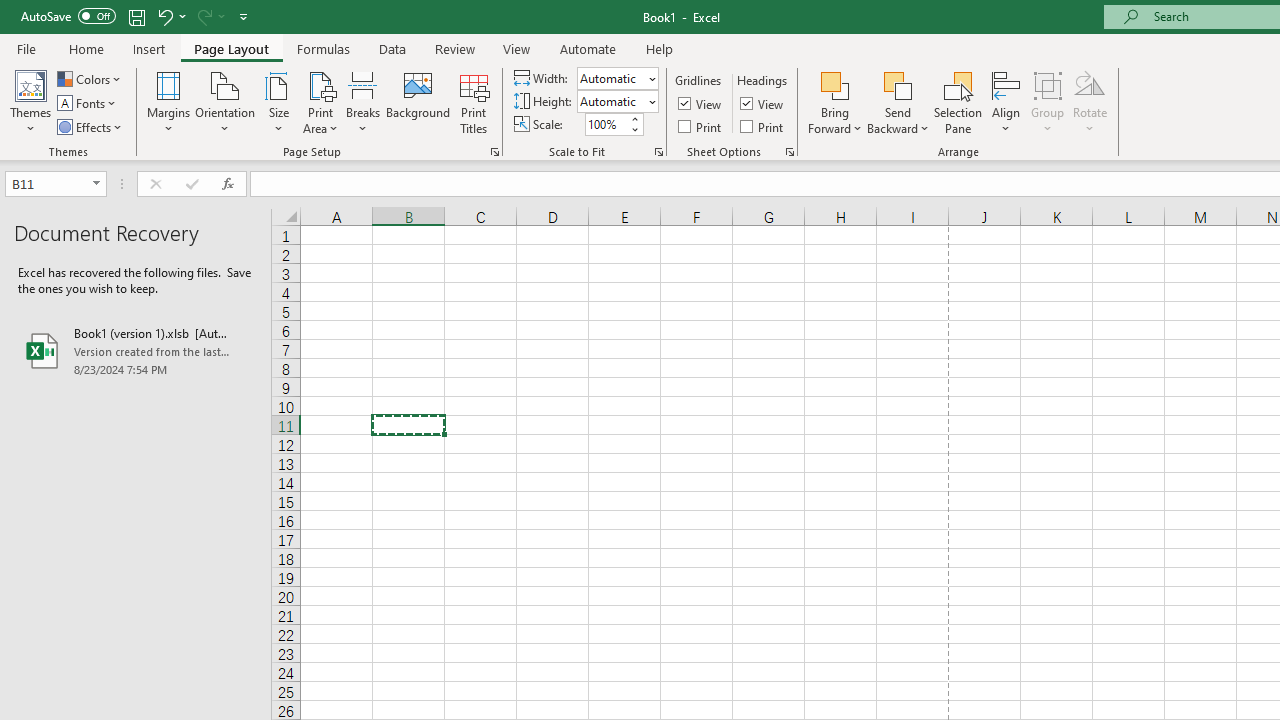 Image resolution: width=1280 pixels, height=720 pixels. I want to click on 'Margins', so click(168, 103).